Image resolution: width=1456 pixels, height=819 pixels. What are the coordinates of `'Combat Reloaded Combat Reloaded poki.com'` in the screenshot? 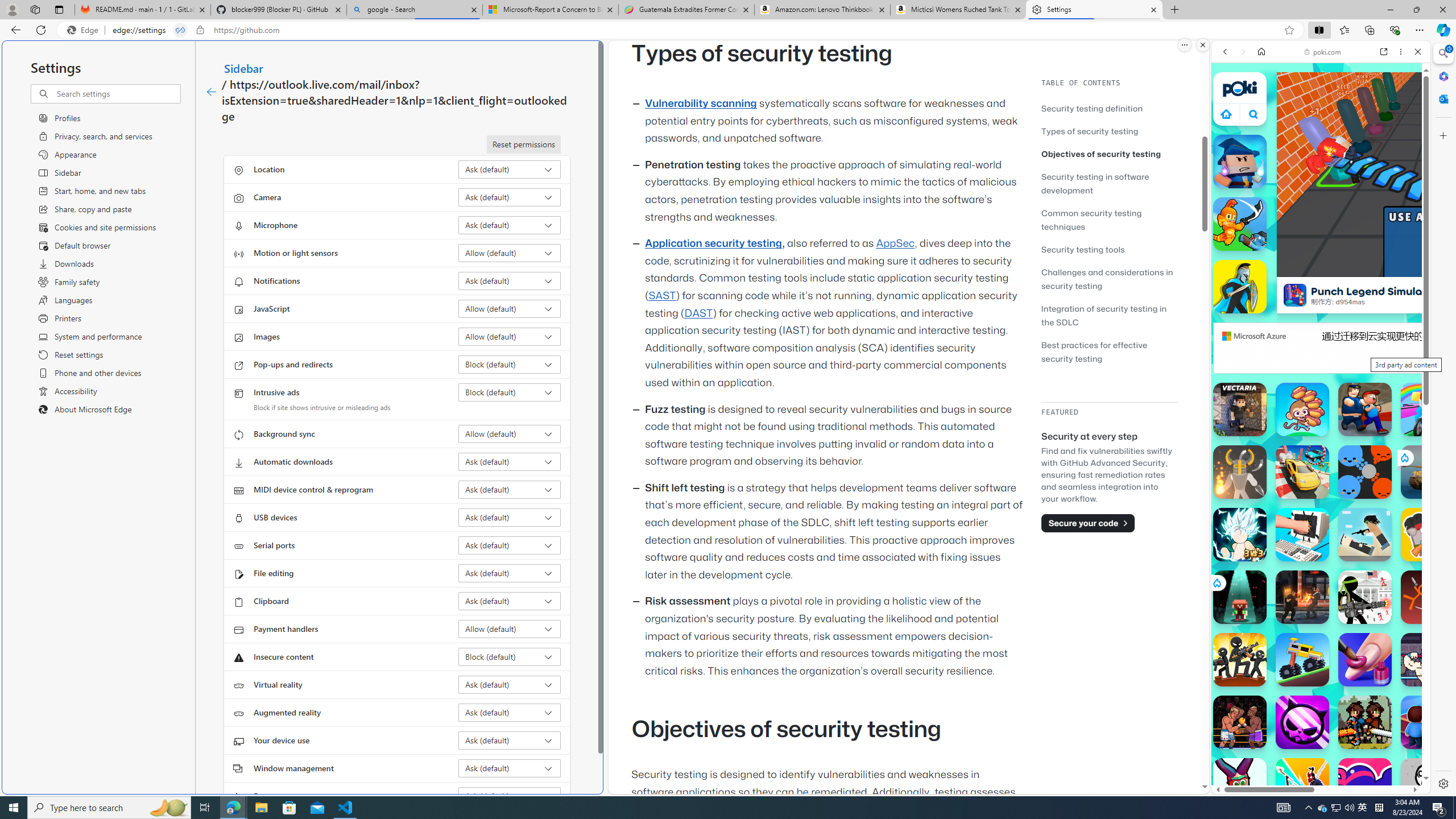 It's located at (1349, 548).